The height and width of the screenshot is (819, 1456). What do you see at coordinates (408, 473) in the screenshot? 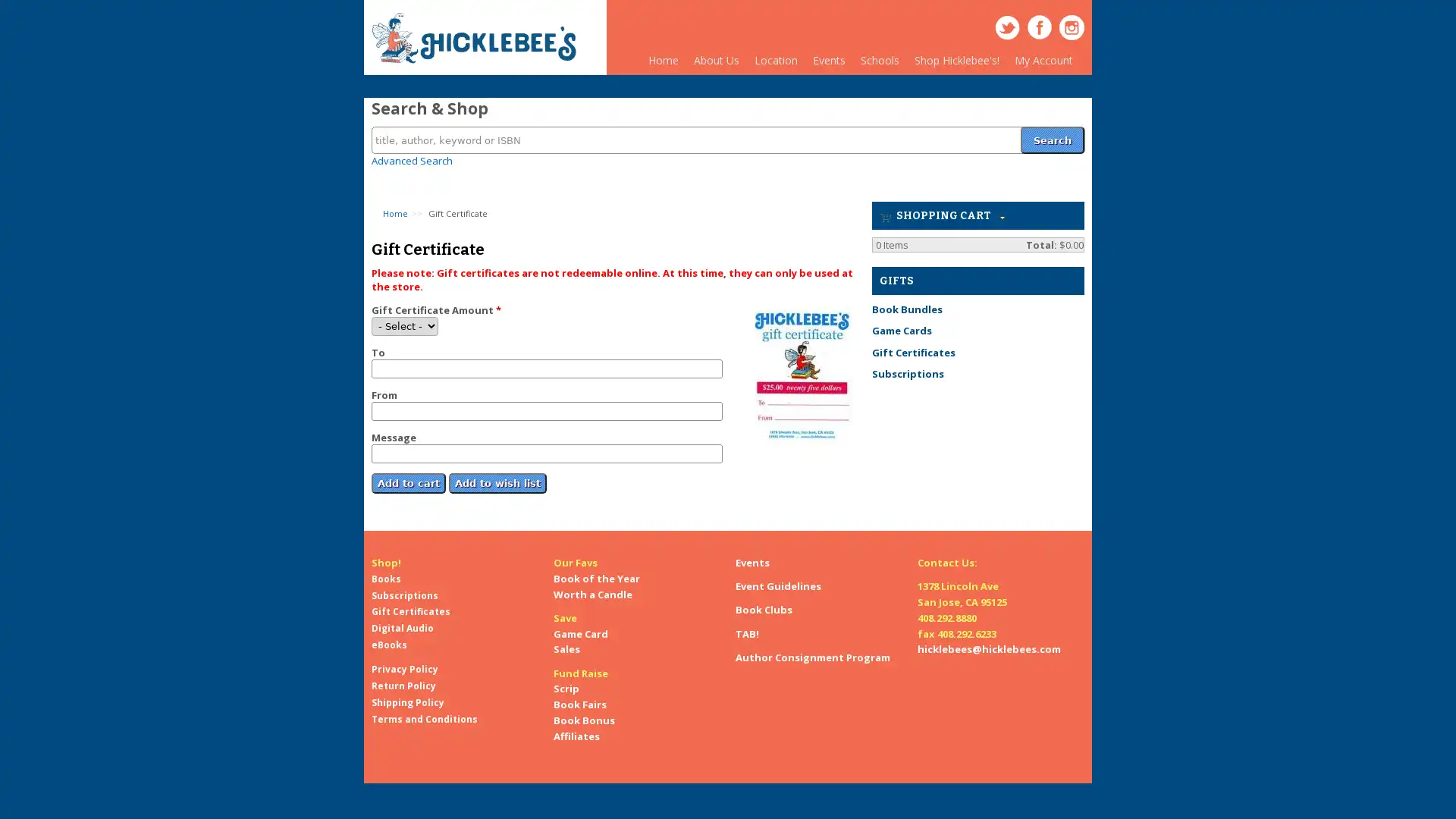
I see `Add to cart` at bounding box center [408, 473].